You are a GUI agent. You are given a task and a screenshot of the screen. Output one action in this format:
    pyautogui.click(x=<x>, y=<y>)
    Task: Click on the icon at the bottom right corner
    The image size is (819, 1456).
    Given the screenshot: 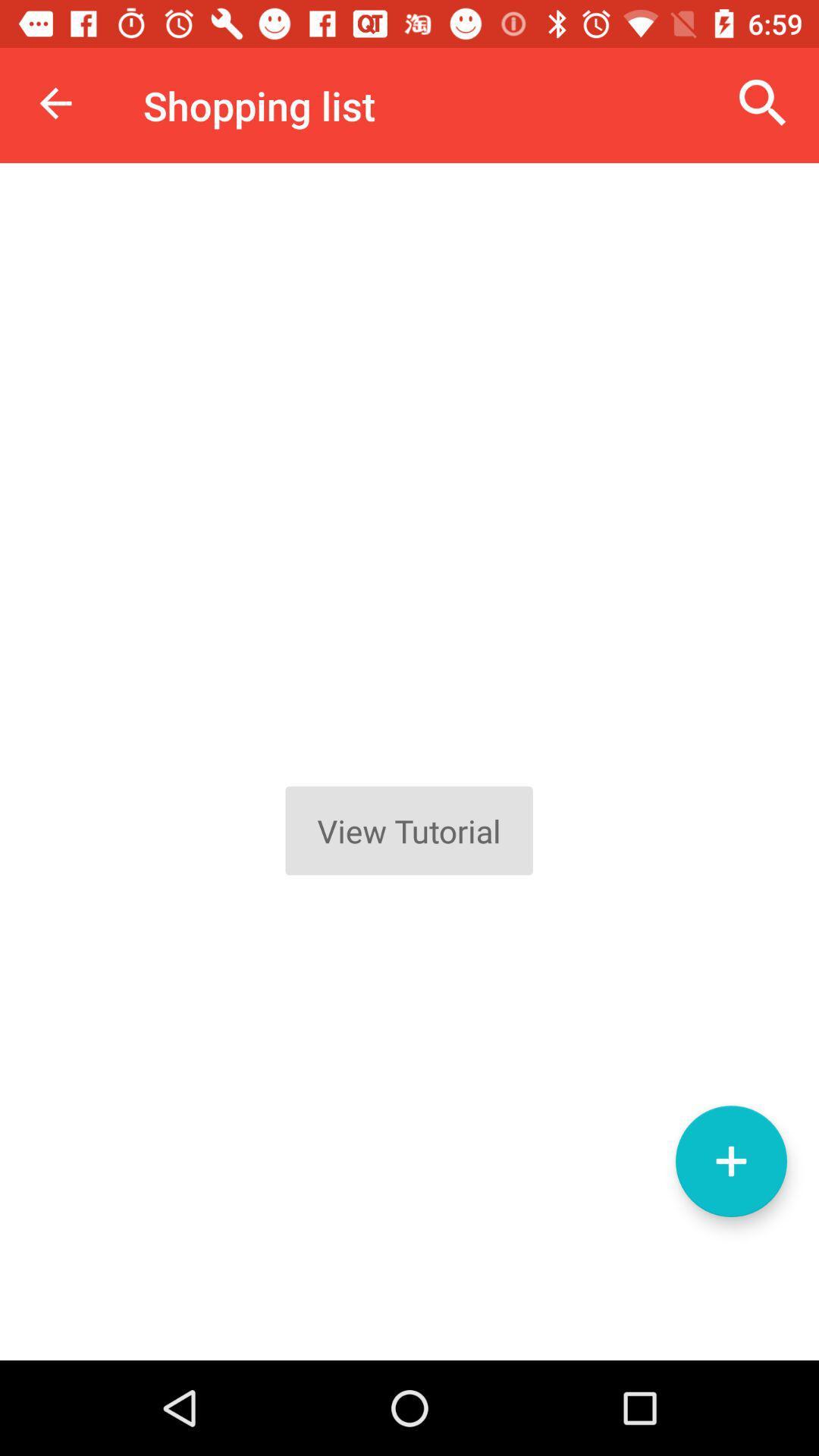 What is the action you would take?
    pyautogui.click(x=730, y=1160)
    